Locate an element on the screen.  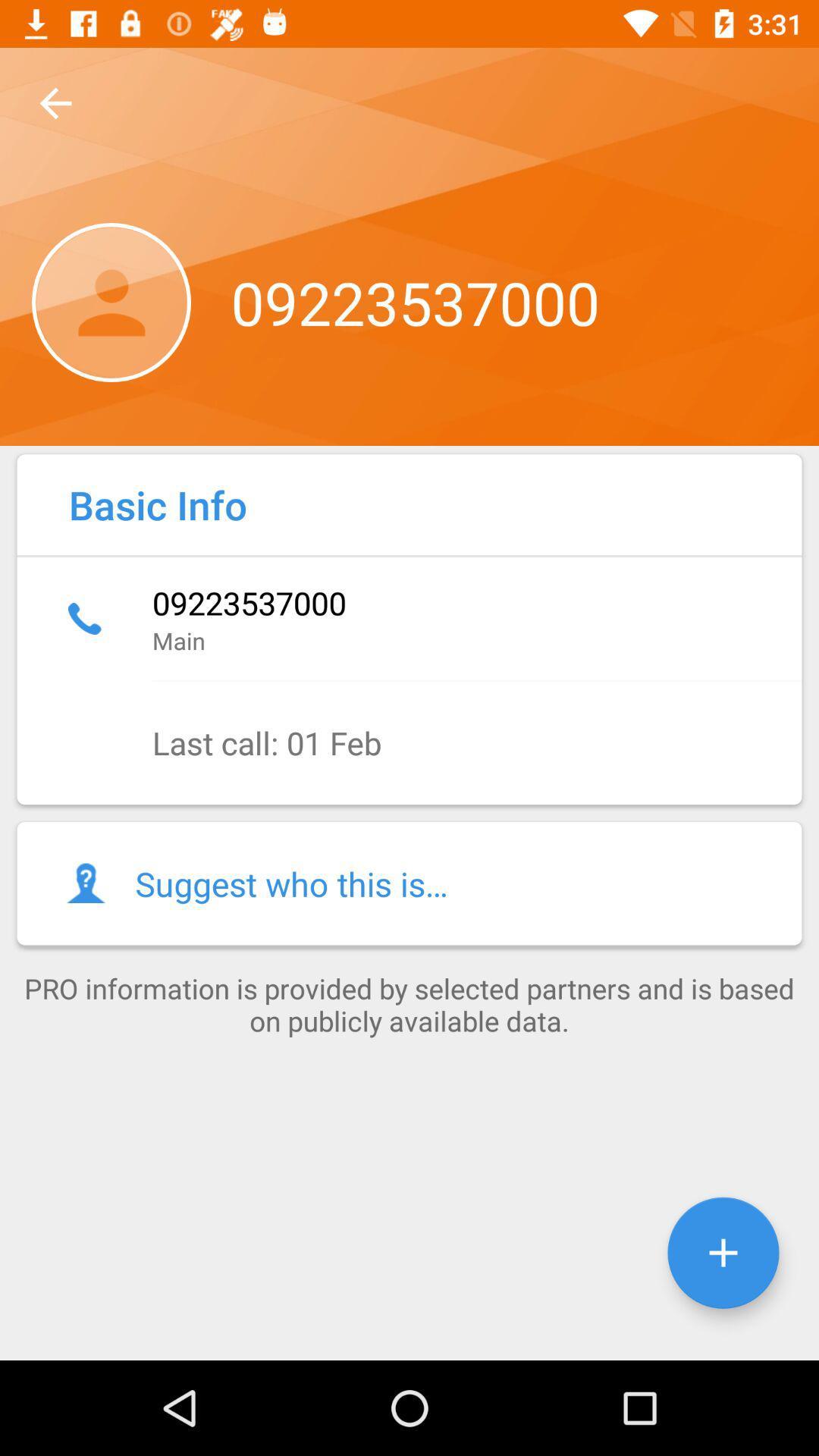
the icon above the suggest who this item is located at coordinates (409, 742).